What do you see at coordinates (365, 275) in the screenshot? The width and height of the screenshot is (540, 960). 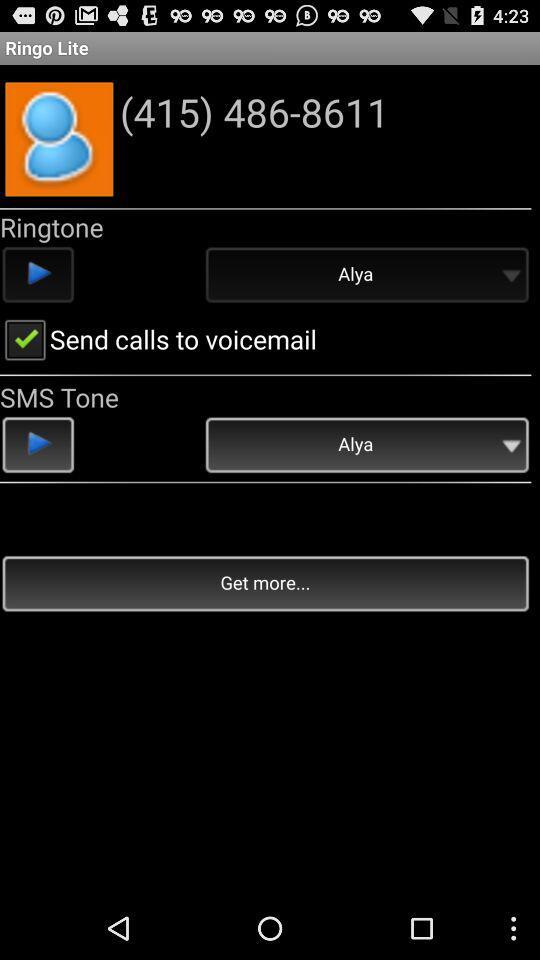 I see `the alya from dropdown` at bounding box center [365, 275].